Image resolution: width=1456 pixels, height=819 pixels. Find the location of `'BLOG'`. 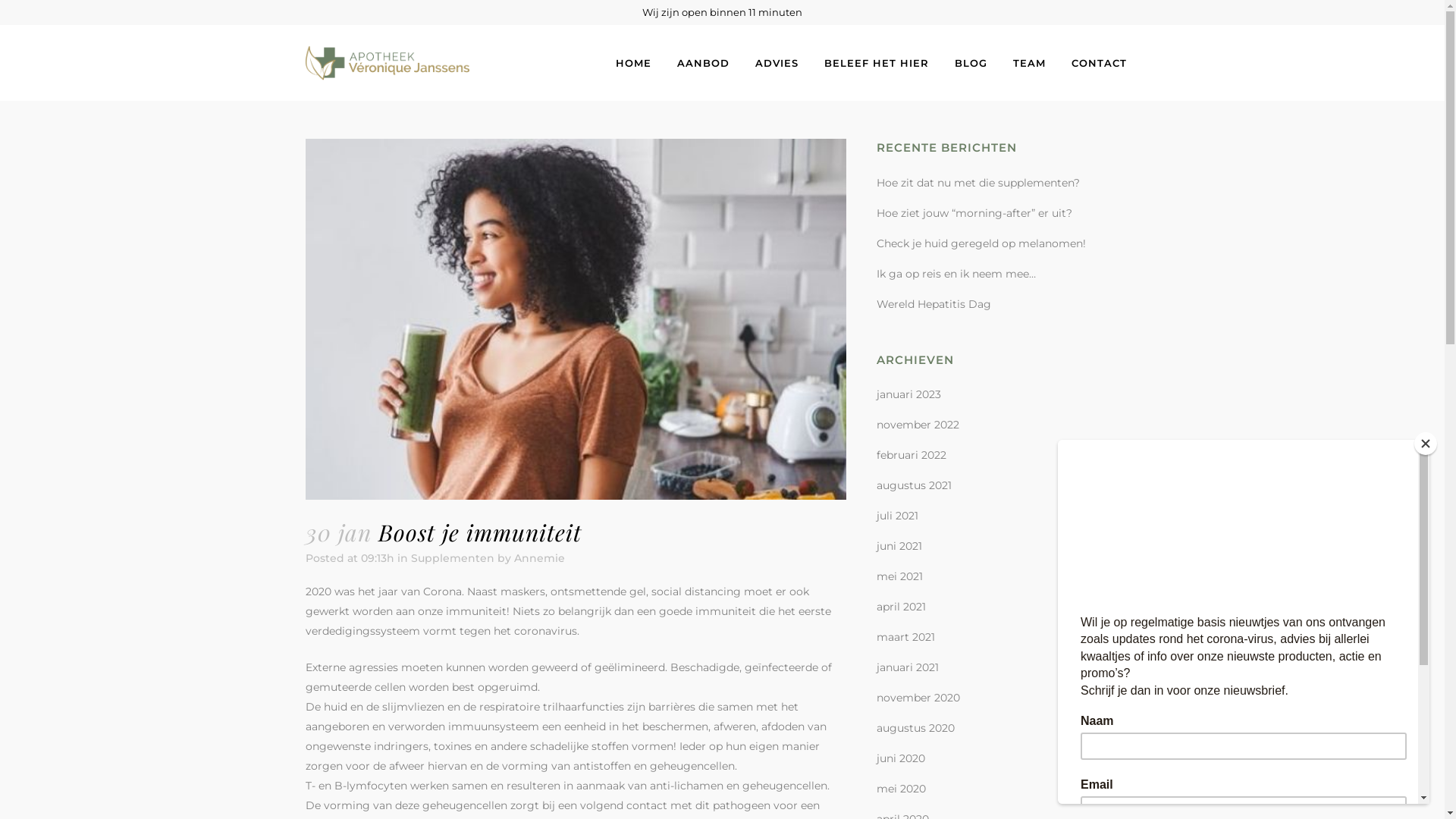

'BLOG' is located at coordinates (971, 62).